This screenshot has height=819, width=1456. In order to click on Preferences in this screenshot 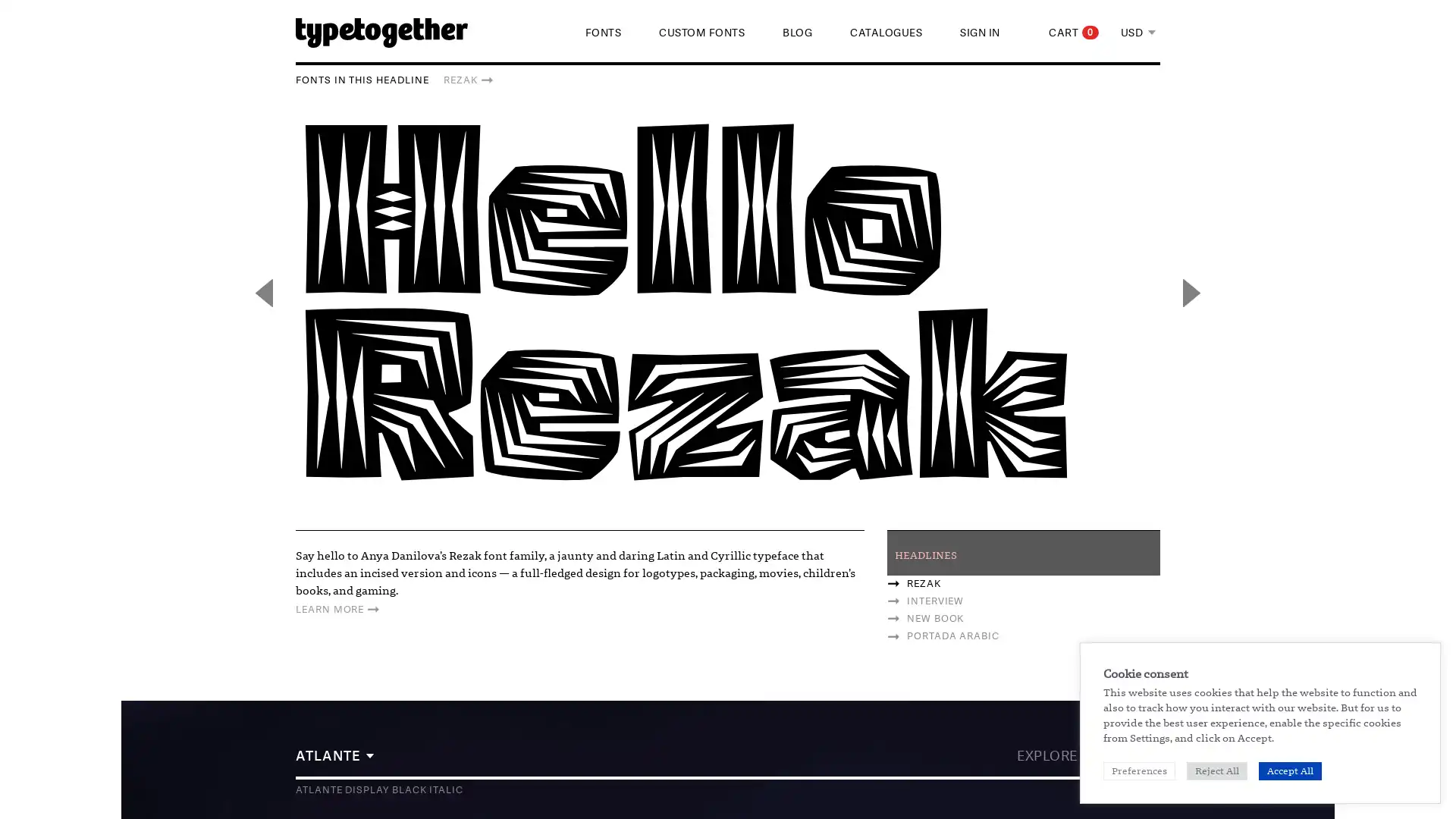, I will do `click(1139, 771)`.